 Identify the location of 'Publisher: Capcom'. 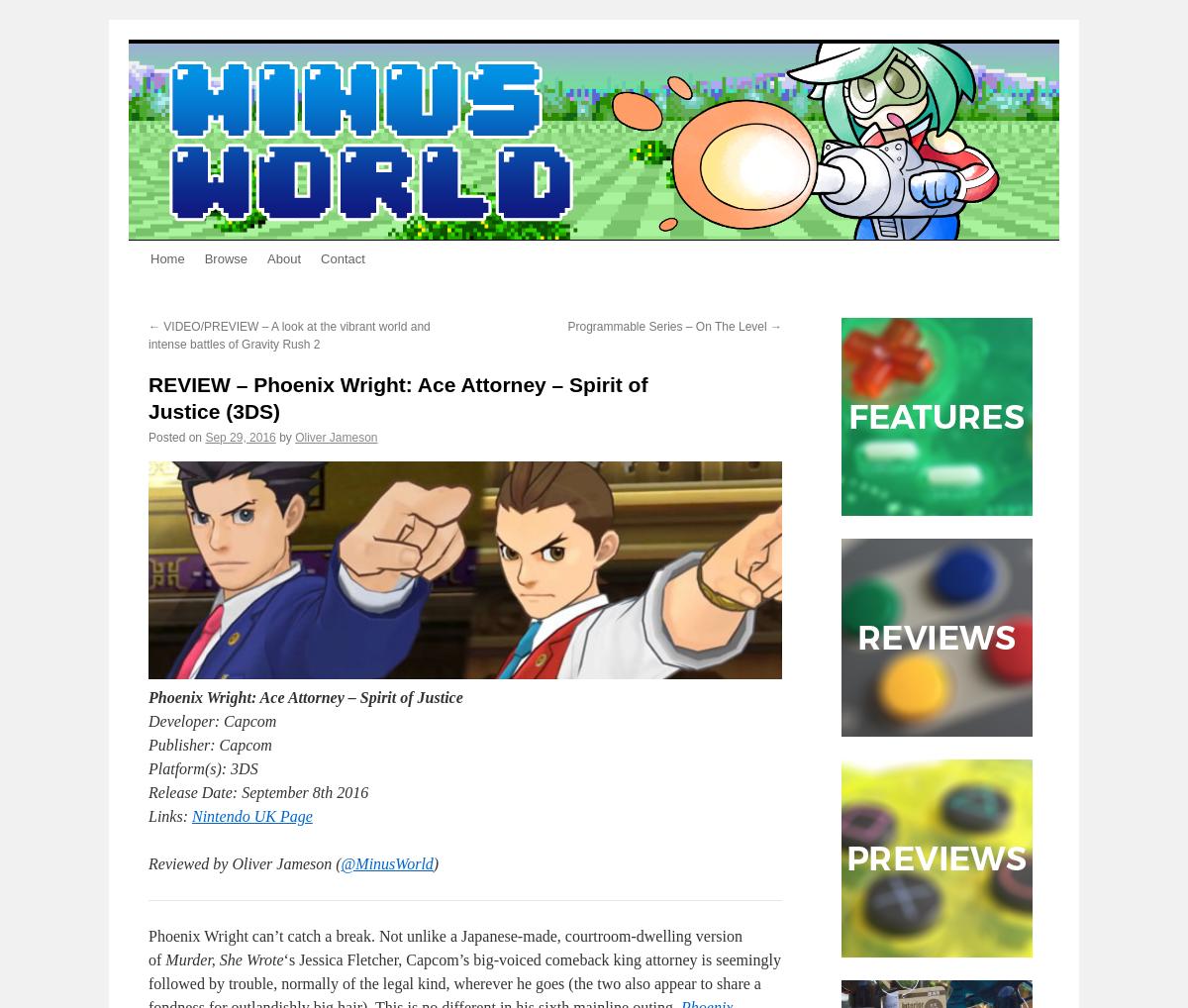
(209, 744).